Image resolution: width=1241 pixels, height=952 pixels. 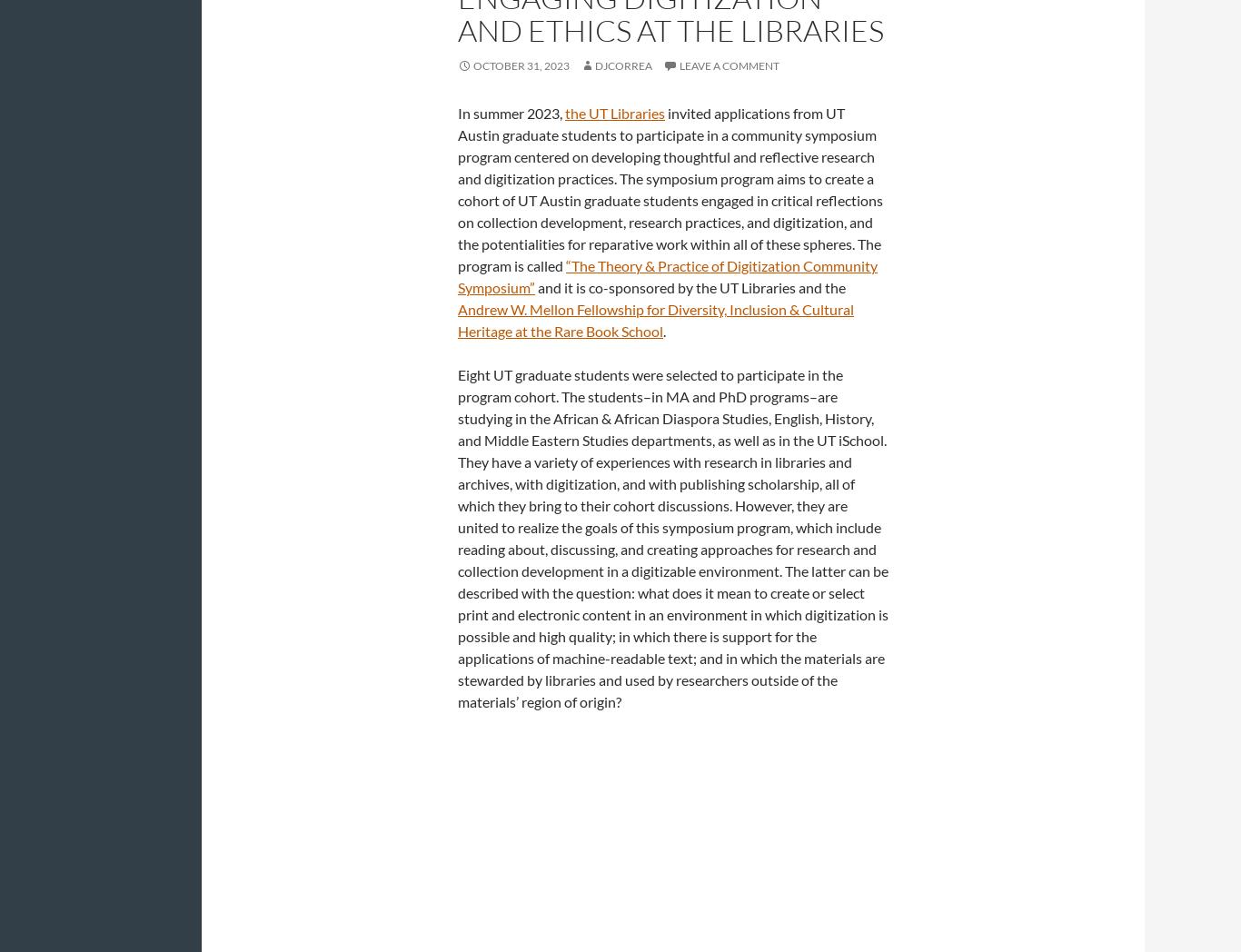 I want to click on 'Andrew W. Mellon Fellowship for Diversity, Inclusion & Cultural Heritage at the Rare Book School', so click(x=656, y=319).